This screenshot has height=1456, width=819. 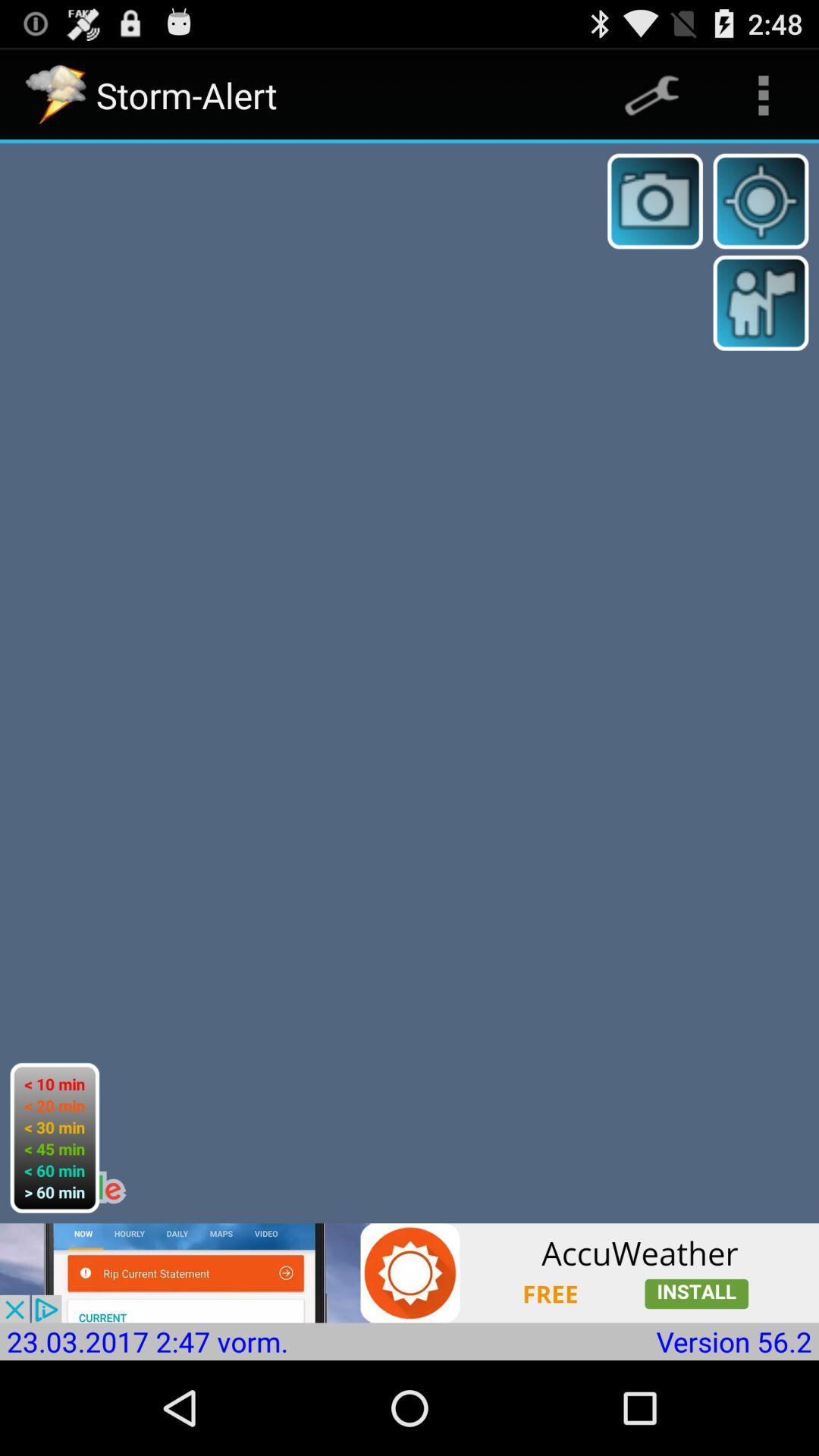 What do you see at coordinates (761, 200) in the screenshot?
I see `set to current location` at bounding box center [761, 200].